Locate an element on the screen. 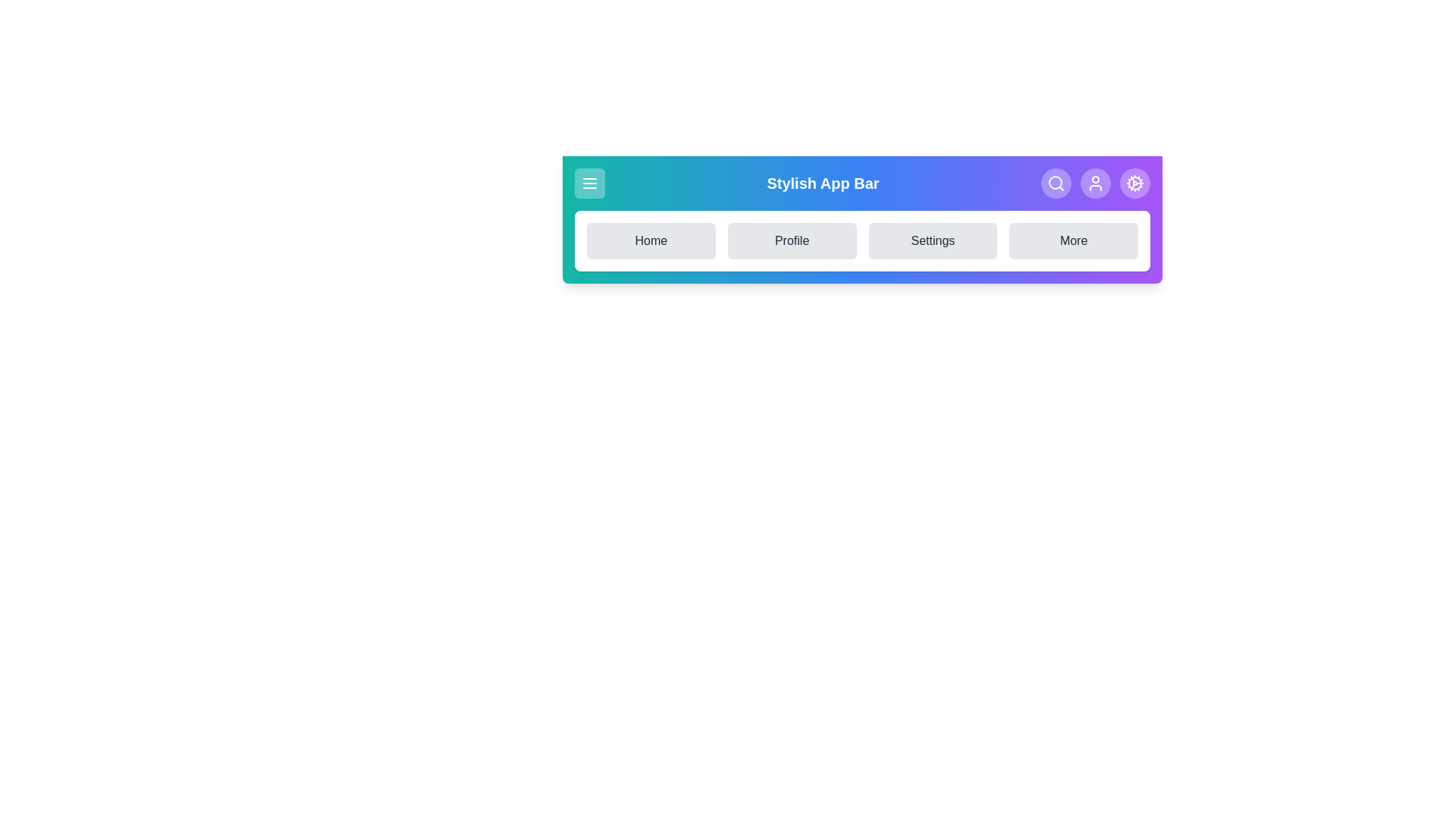 The image size is (1456, 819). the Search icon in the StylishAppBar is located at coordinates (1055, 183).